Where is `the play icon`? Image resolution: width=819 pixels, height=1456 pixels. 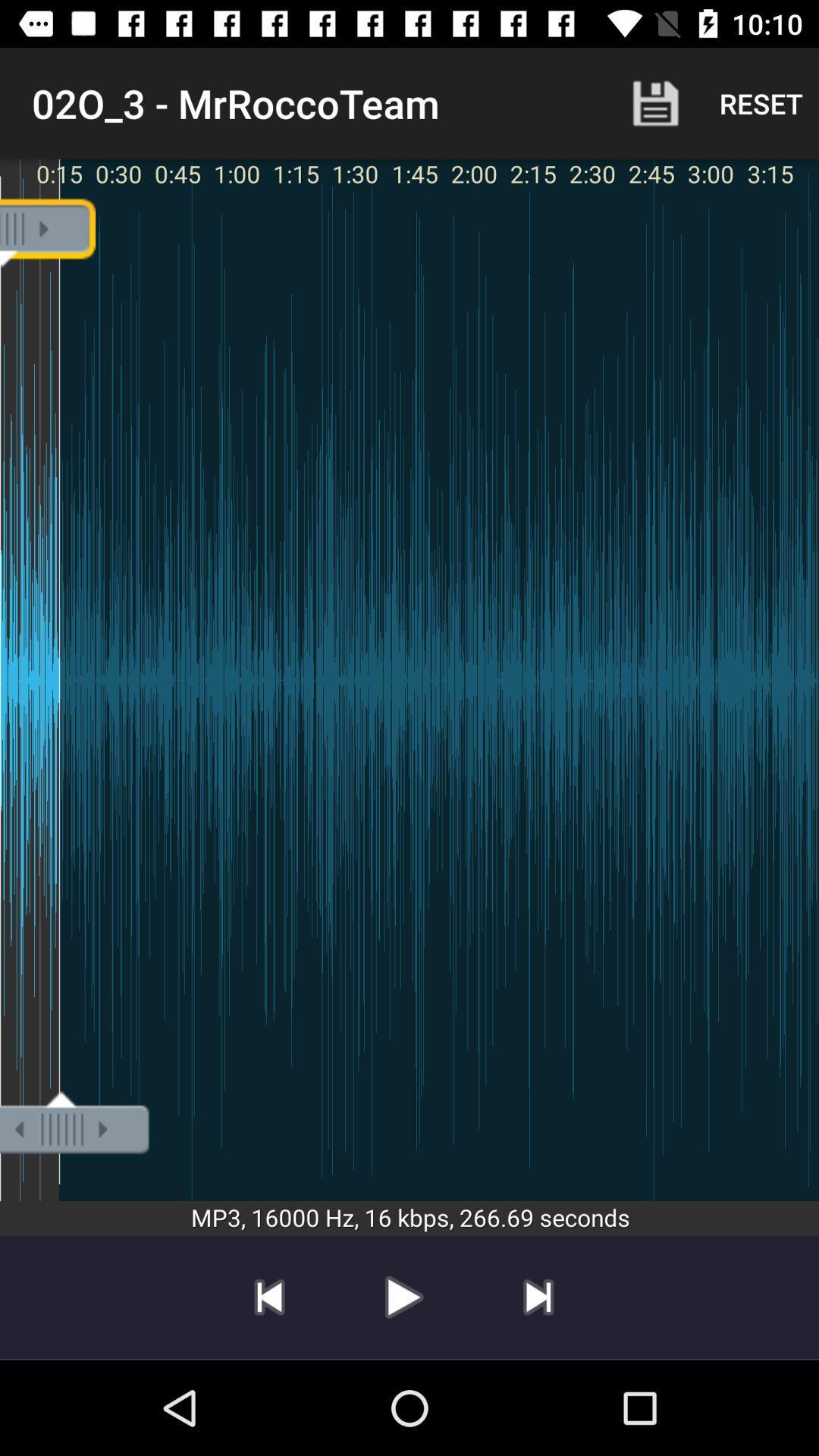
the play icon is located at coordinates (403, 1296).